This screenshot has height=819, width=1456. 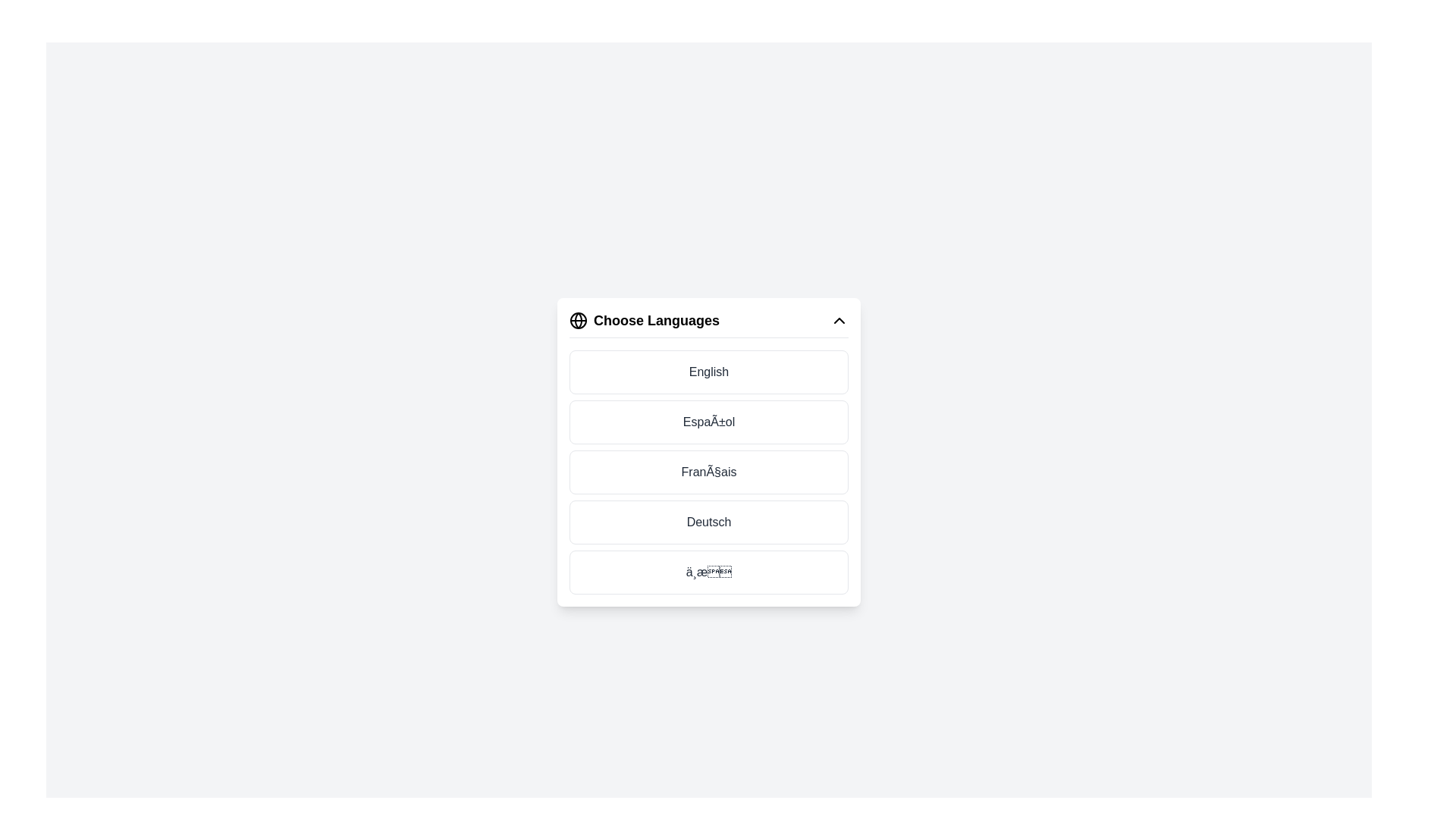 What do you see at coordinates (708, 451) in the screenshot?
I see `the list item or menu option labeled 'FranÃ§ais' in the language selection dropdown menu` at bounding box center [708, 451].